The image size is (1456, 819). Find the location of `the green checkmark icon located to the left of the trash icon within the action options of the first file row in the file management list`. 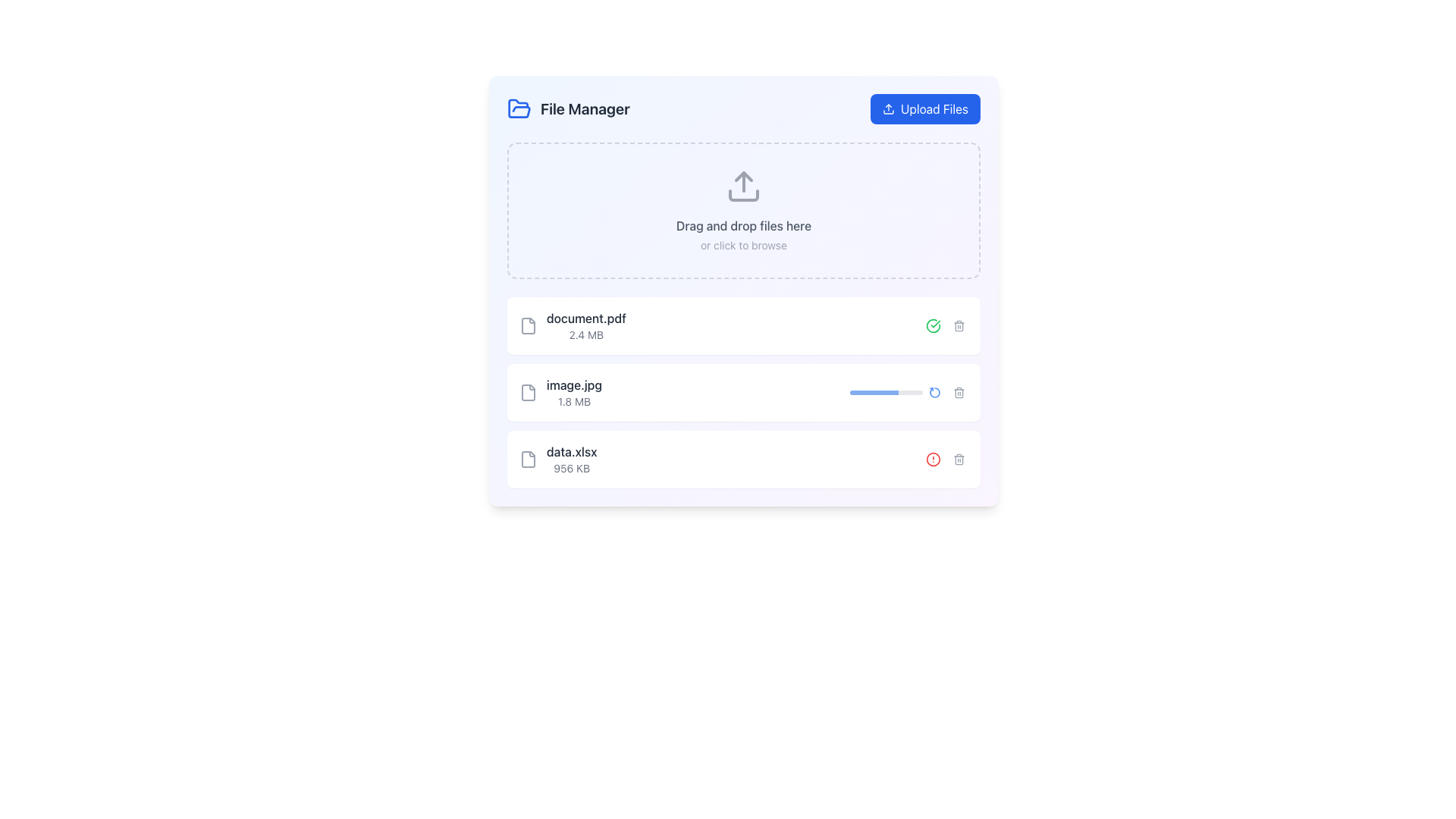

the green checkmark icon located to the left of the trash icon within the action options of the first file row in the file management list is located at coordinates (932, 325).